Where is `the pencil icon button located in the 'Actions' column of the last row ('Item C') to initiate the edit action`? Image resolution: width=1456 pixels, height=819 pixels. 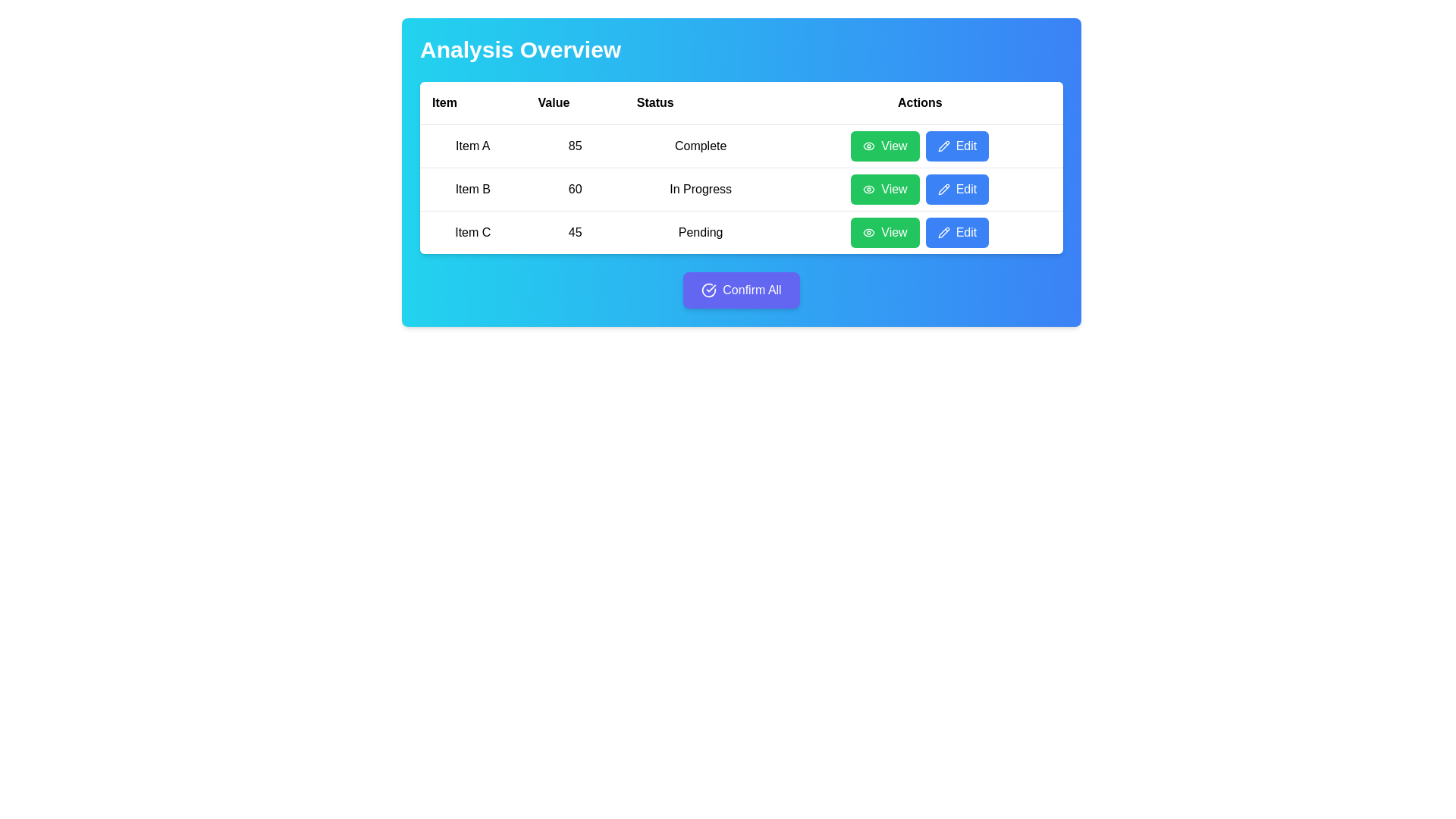
the pencil icon button located in the 'Actions' column of the last row ('Item C') to initiate the edit action is located at coordinates (943, 233).